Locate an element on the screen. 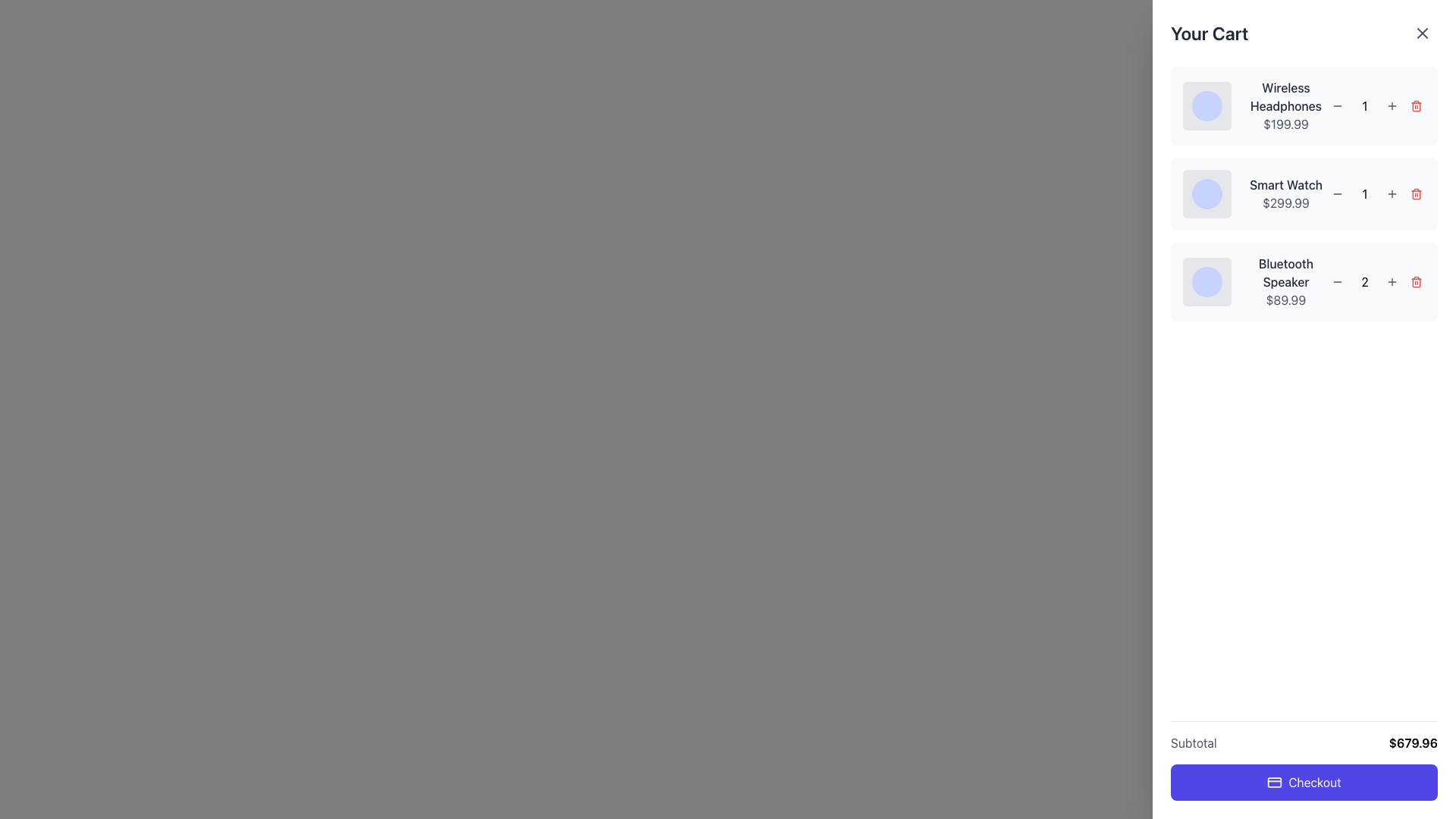  the Trash can icon (delete button) located at the far-right side of the second item in the cart list, which represents the 'Smart Watch' is located at coordinates (1415, 193).